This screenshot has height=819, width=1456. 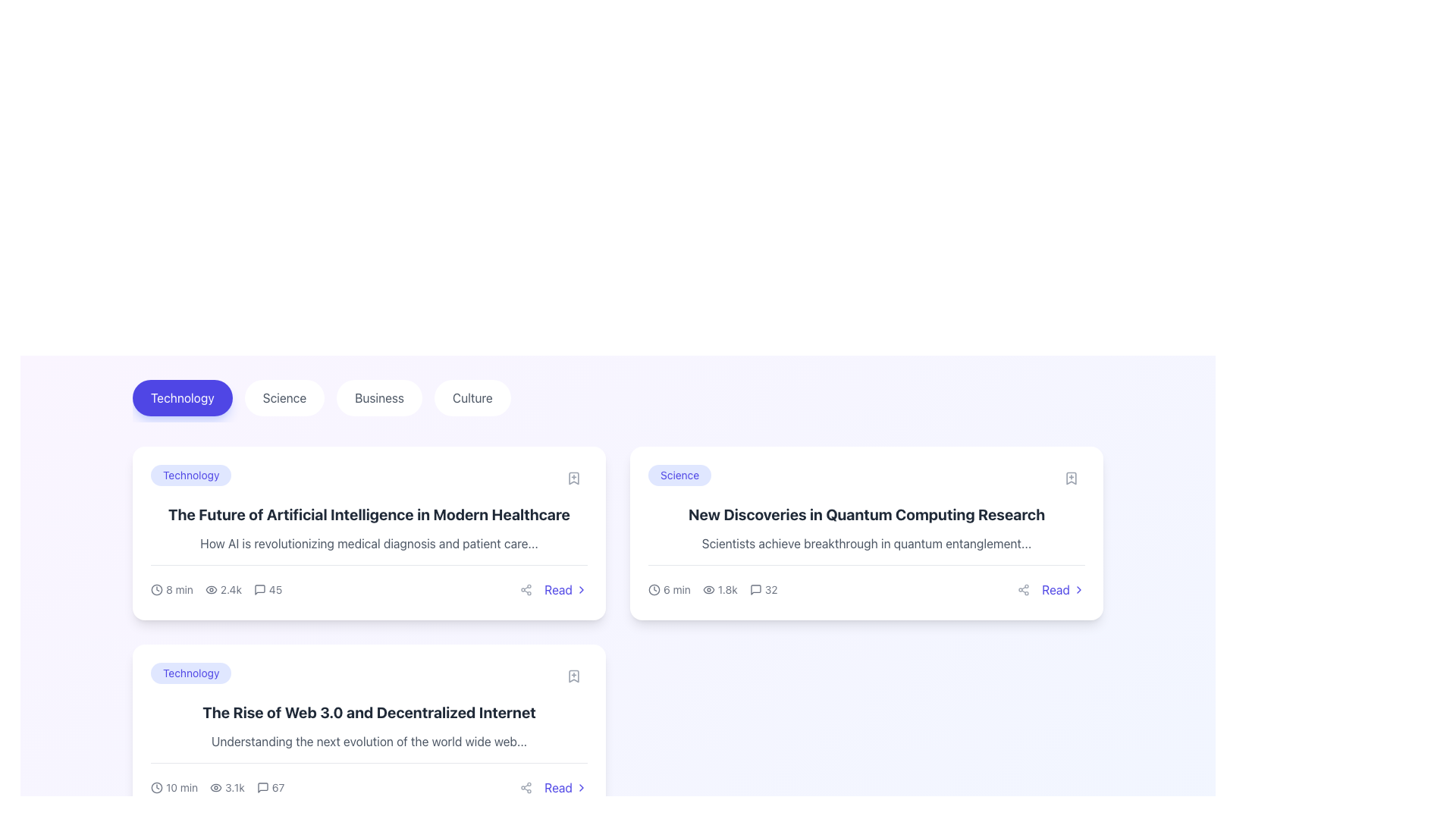 What do you see at coordinates (573, 675) in the screenshot?
I see `the Icon button located at the top-right corner of the card for the article 'The Rise of Web 3.0 and Decentralized Internet' to bookmark or save it` at bounding box center [573, 675].